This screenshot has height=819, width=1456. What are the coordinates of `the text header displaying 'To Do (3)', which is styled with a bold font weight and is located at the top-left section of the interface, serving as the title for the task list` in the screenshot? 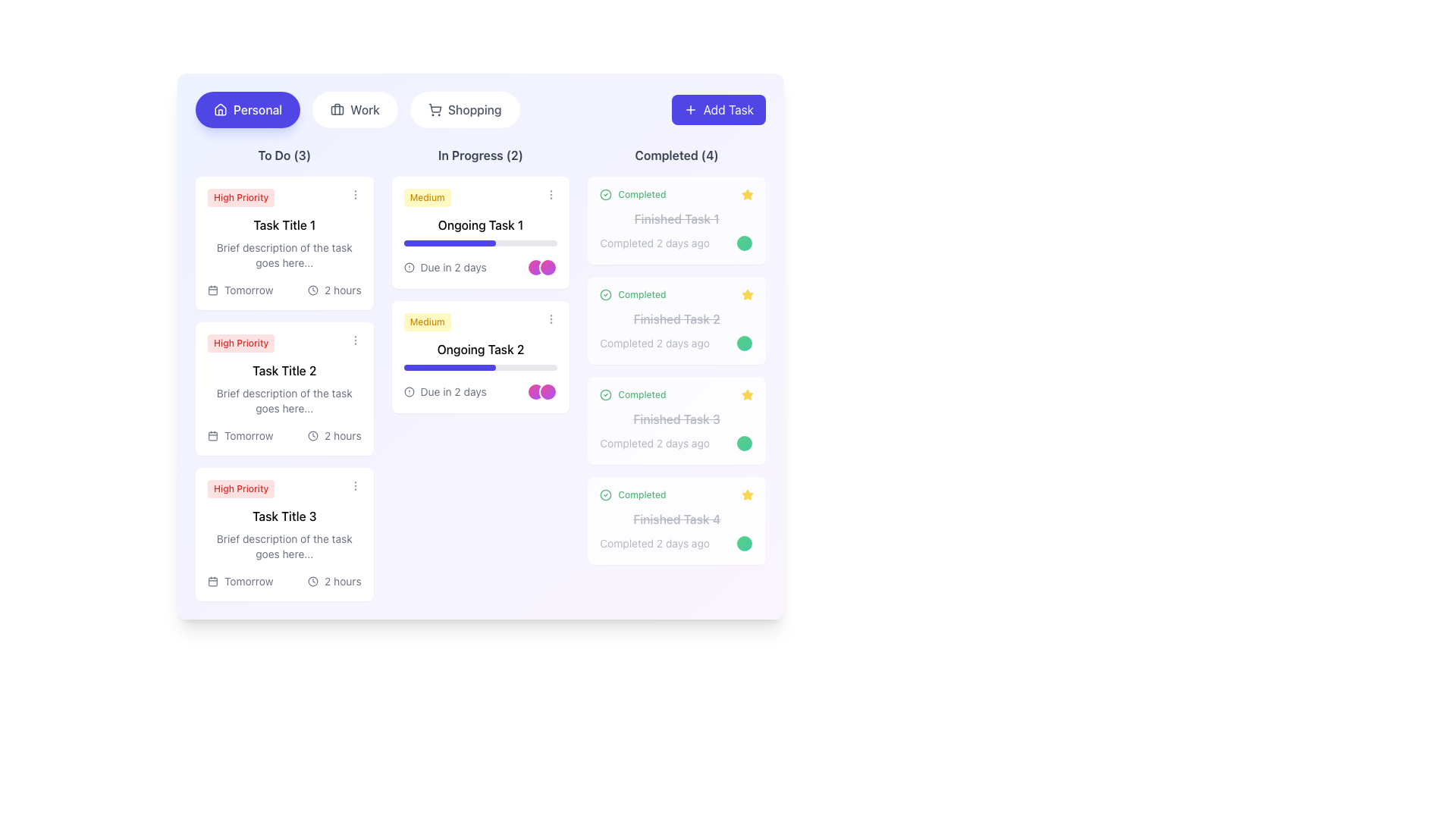 It's located at (284, 155).